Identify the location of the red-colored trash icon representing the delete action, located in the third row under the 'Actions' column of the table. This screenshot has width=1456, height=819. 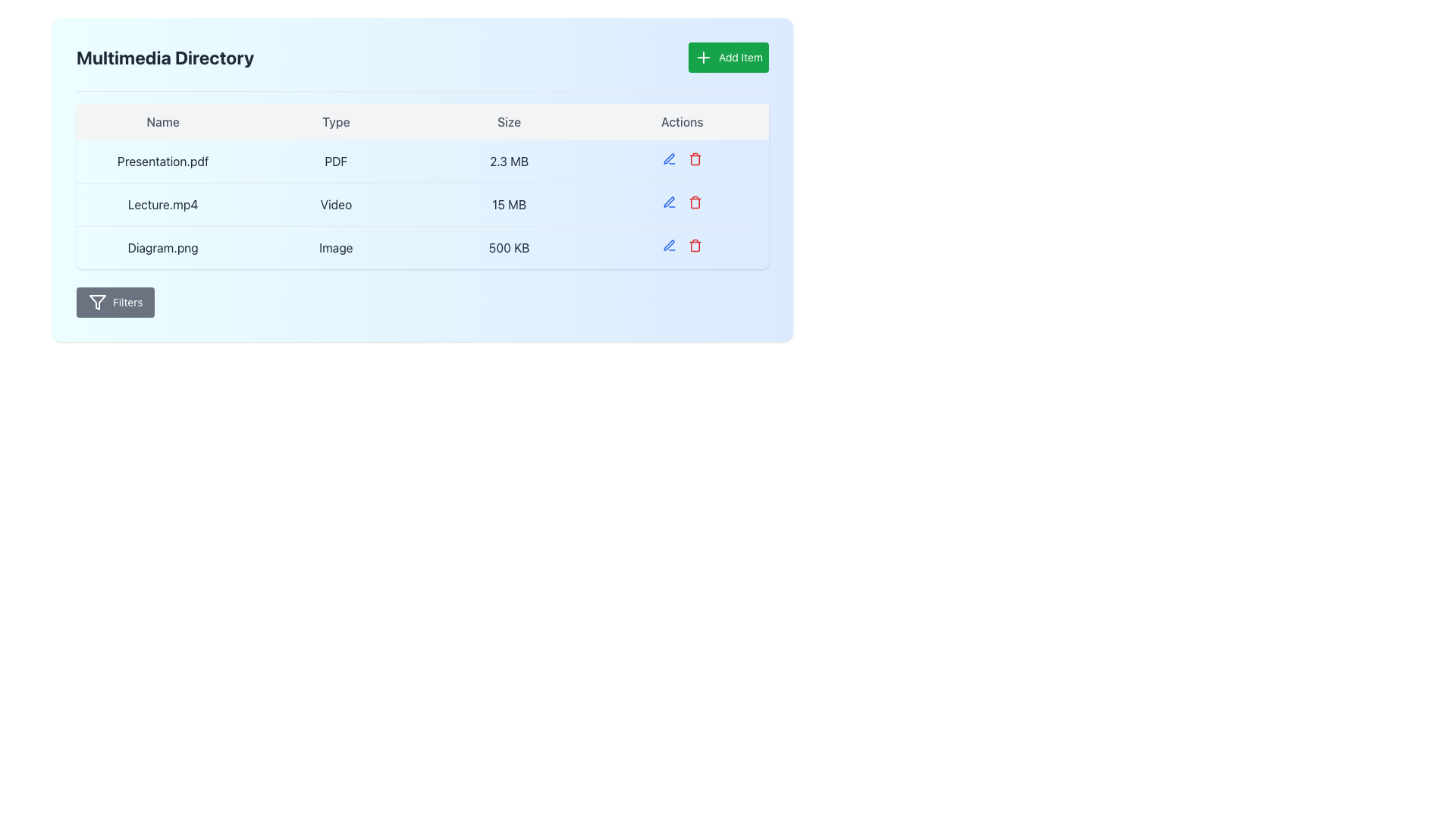
(694, 201).